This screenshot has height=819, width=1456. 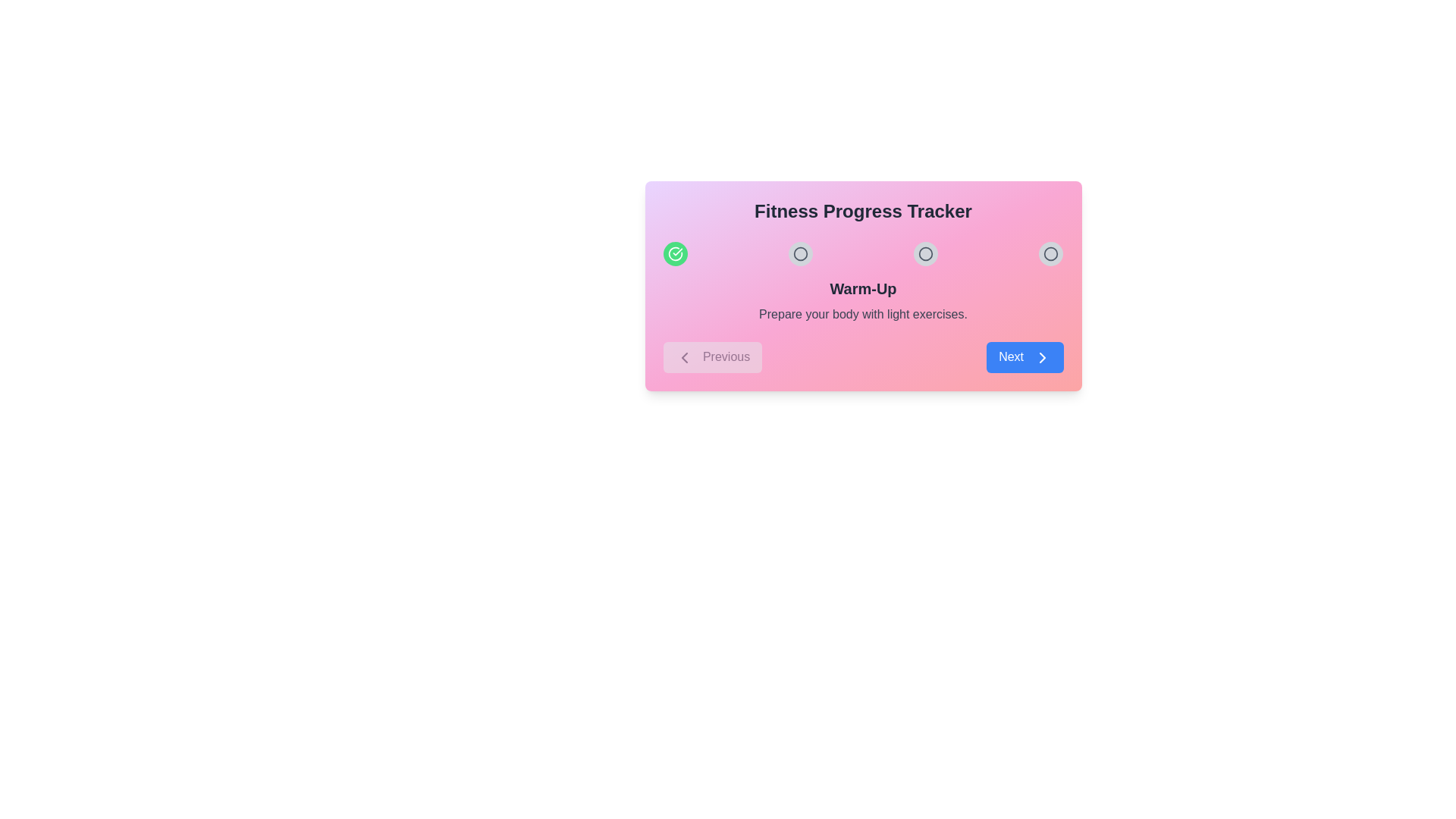 I want to click on the green circular Indicator button with a white checkmark icon, which is the first button in a horizontal arrangement of four buttons, so click(x=674, y=253).